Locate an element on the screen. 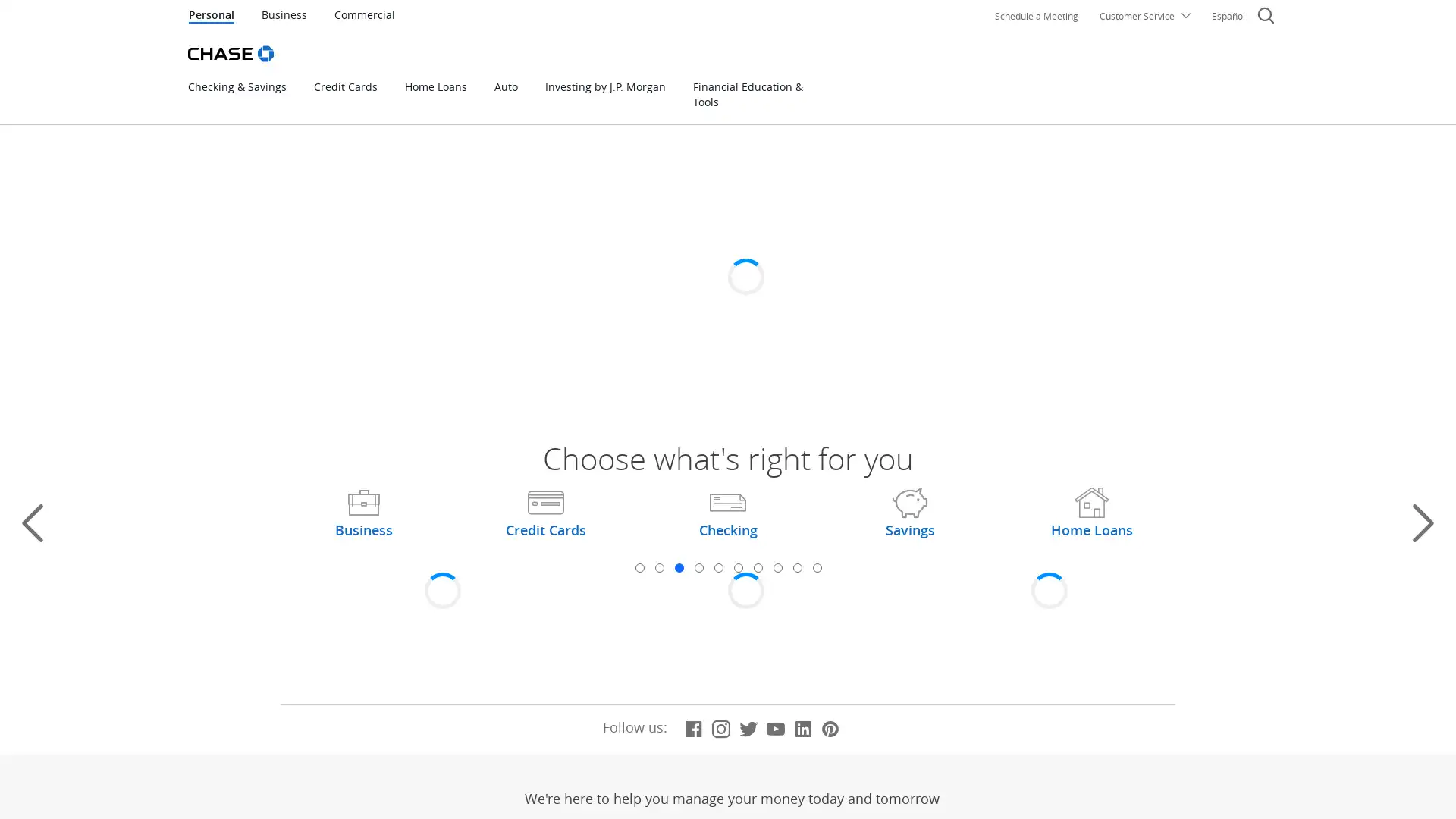 Image resolution: width=1456 pixels, height=819 pixels. Slide 2 of 10 is located at coordinates (658, 567).